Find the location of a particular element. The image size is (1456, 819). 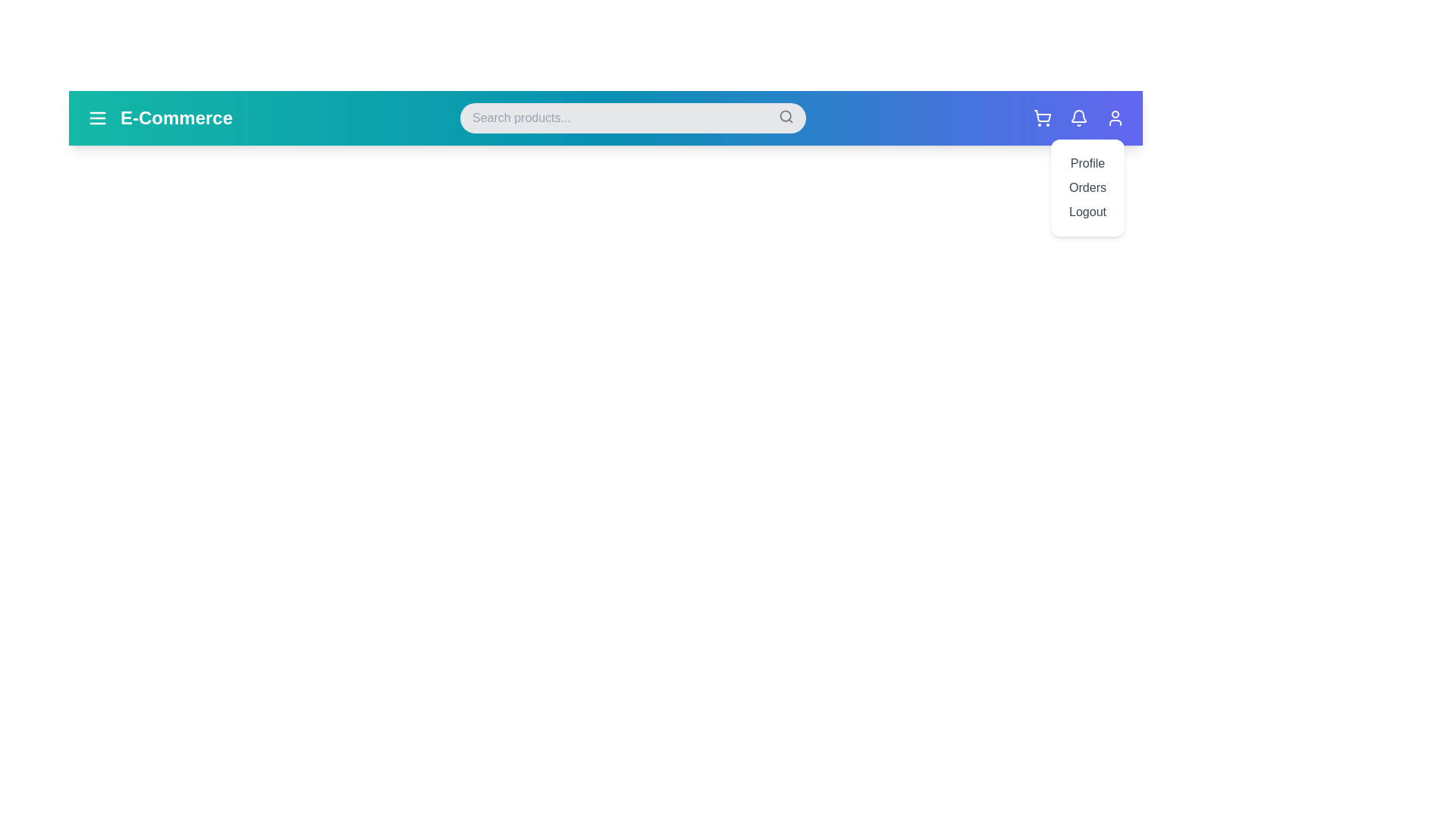

the user profile menu option Profile is located at coordinates (1087, 164).